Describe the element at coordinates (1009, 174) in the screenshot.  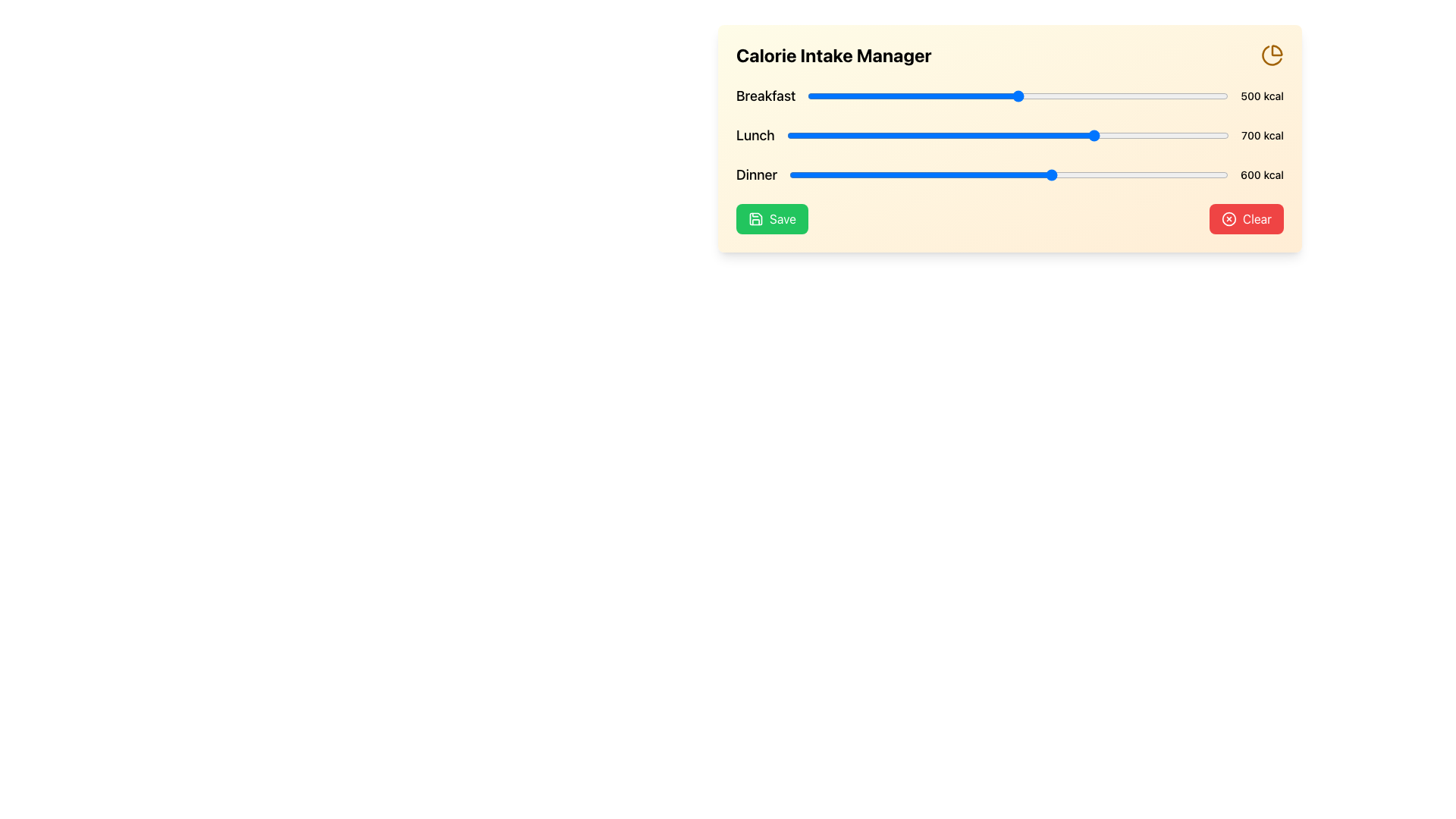
I see `the Range Slider element that is visually represented with a gradient bar transitioning from green to darker green, positioned between the label 'Dinner' and the value '600 kcal'` at that location.